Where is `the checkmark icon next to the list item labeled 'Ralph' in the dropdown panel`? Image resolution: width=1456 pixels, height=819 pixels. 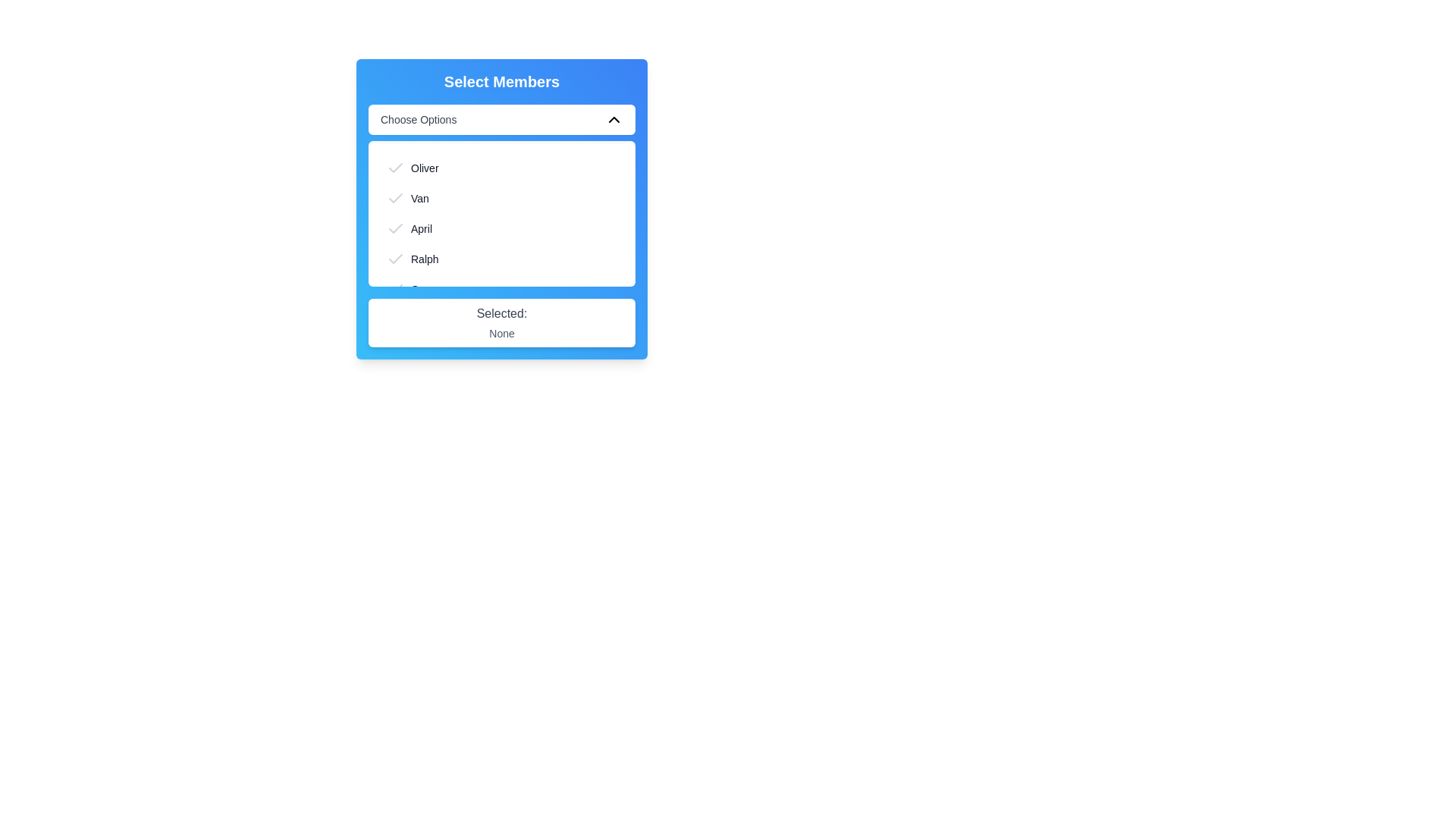
the checkmark icon next to the list item labeled 'Ralph' in the dropdown panel is located at coordinates (396, 258).